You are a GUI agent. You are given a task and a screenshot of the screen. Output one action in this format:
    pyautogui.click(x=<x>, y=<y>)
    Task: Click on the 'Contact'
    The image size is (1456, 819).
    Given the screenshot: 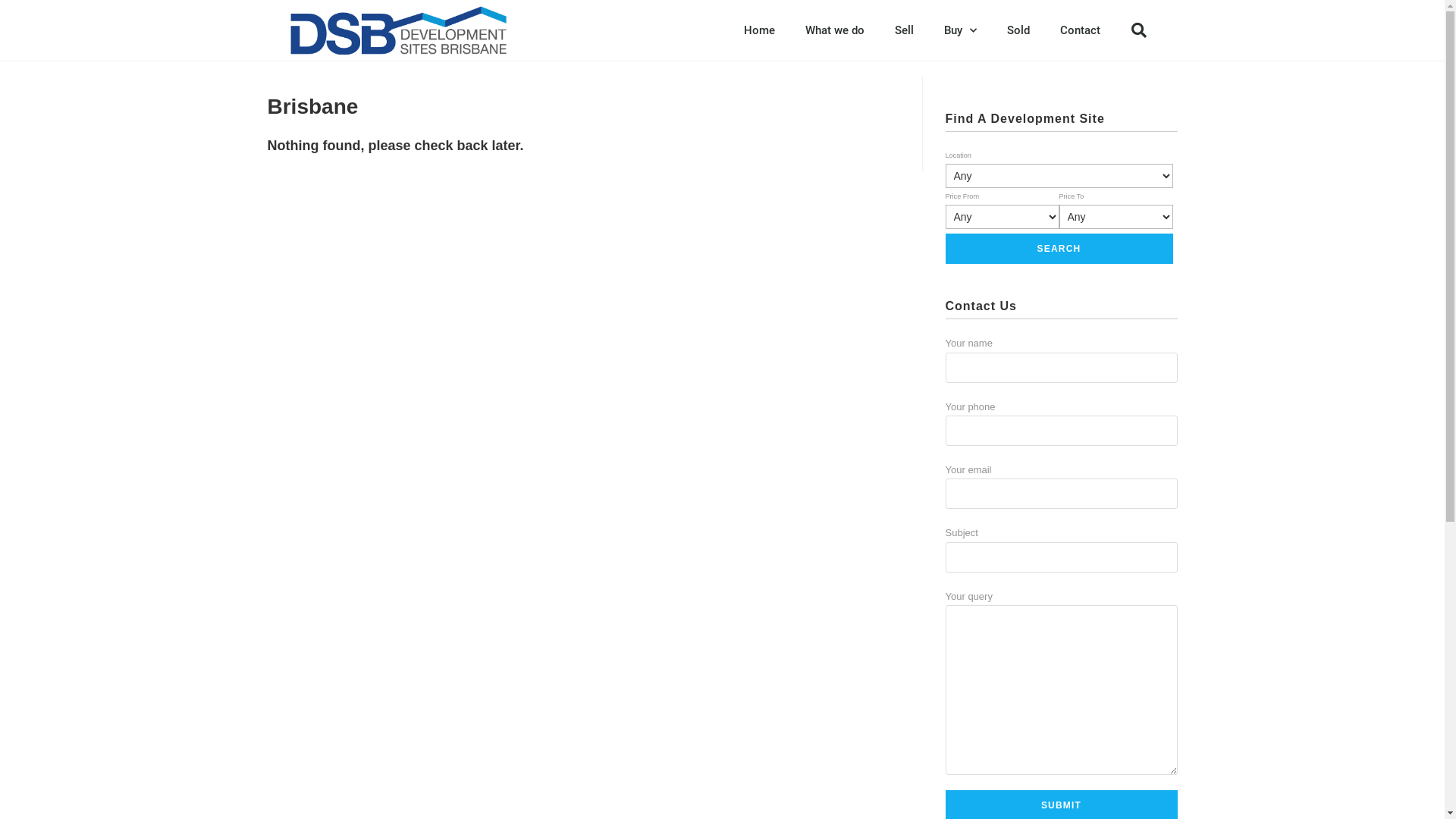 What is the action you would take?
    pyautogui.click(x=1079, y=30)
    